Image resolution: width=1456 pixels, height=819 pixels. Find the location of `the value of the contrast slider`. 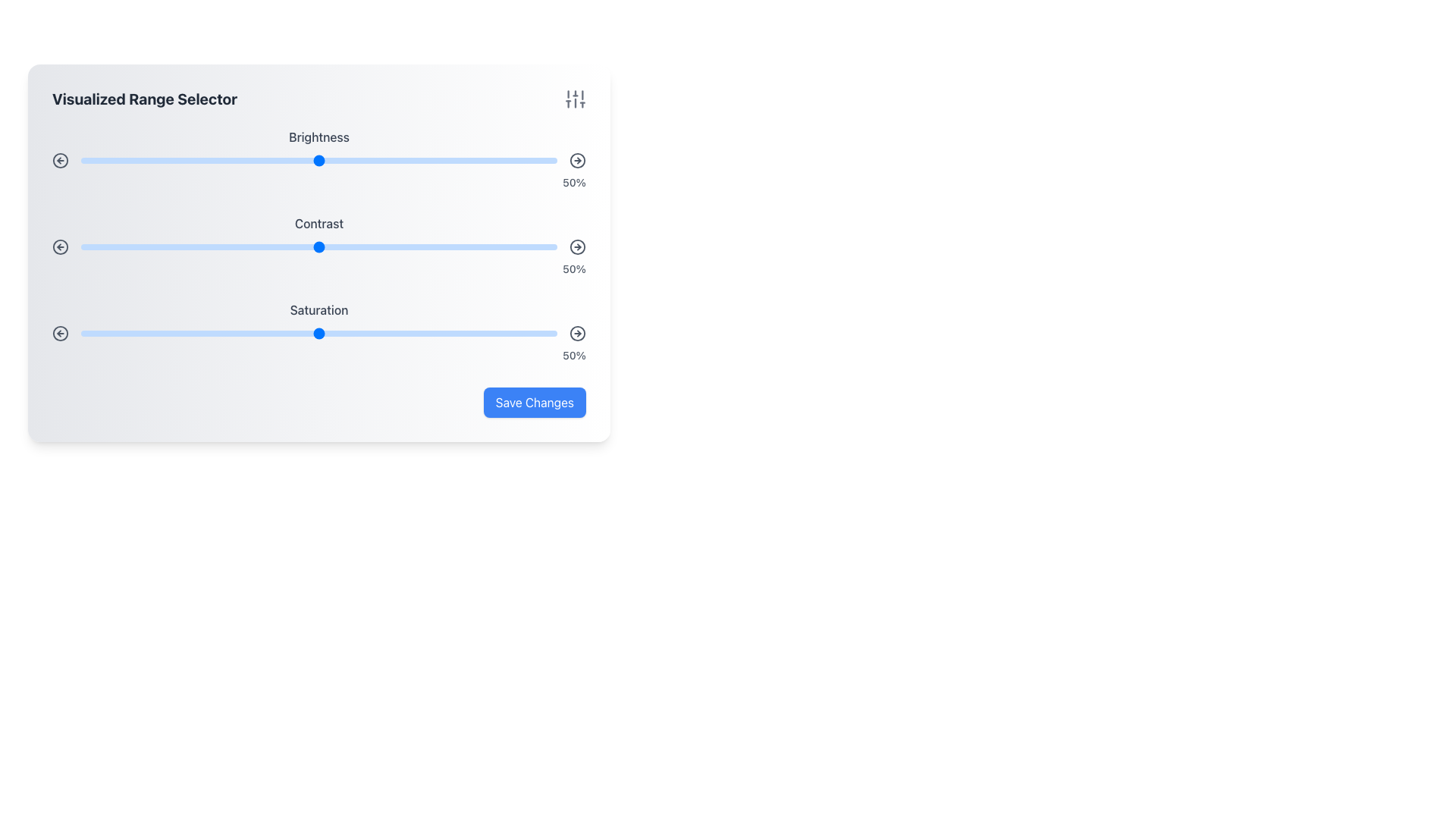

the value of the contrast slider is located at coordinates (442, 246).